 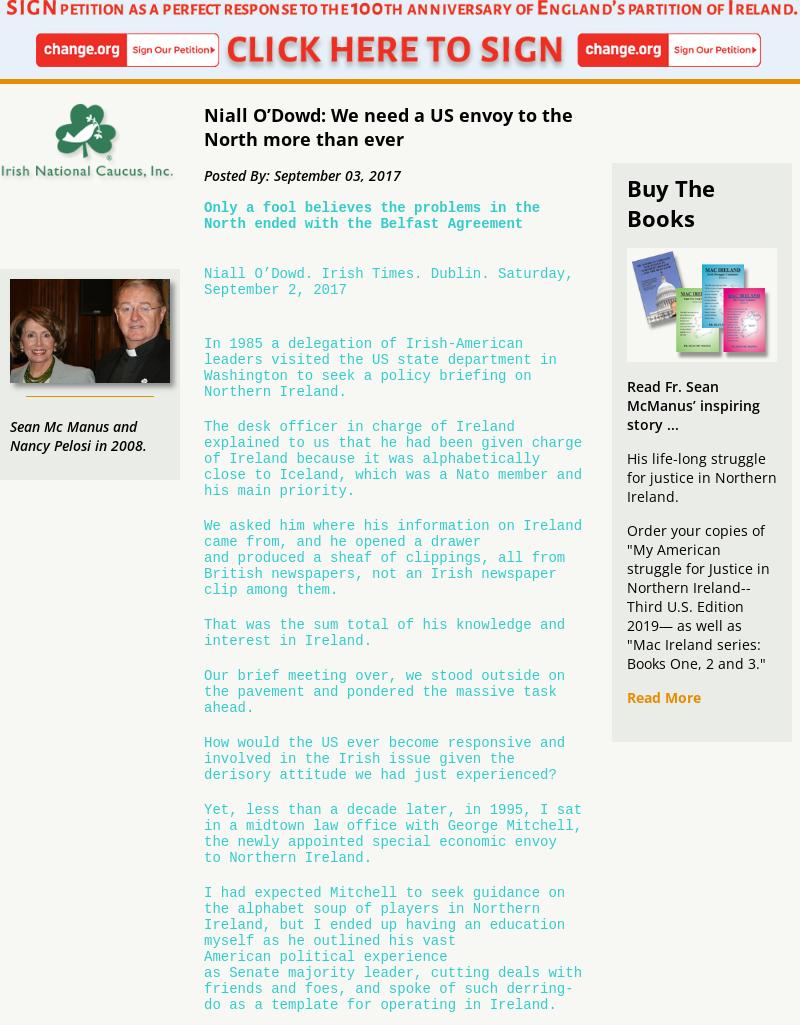 What do you see at coordinates (301, 173) in the screenshot?
I see `'Posted By: September 03, 2017'` at bounding box center [301, 173].